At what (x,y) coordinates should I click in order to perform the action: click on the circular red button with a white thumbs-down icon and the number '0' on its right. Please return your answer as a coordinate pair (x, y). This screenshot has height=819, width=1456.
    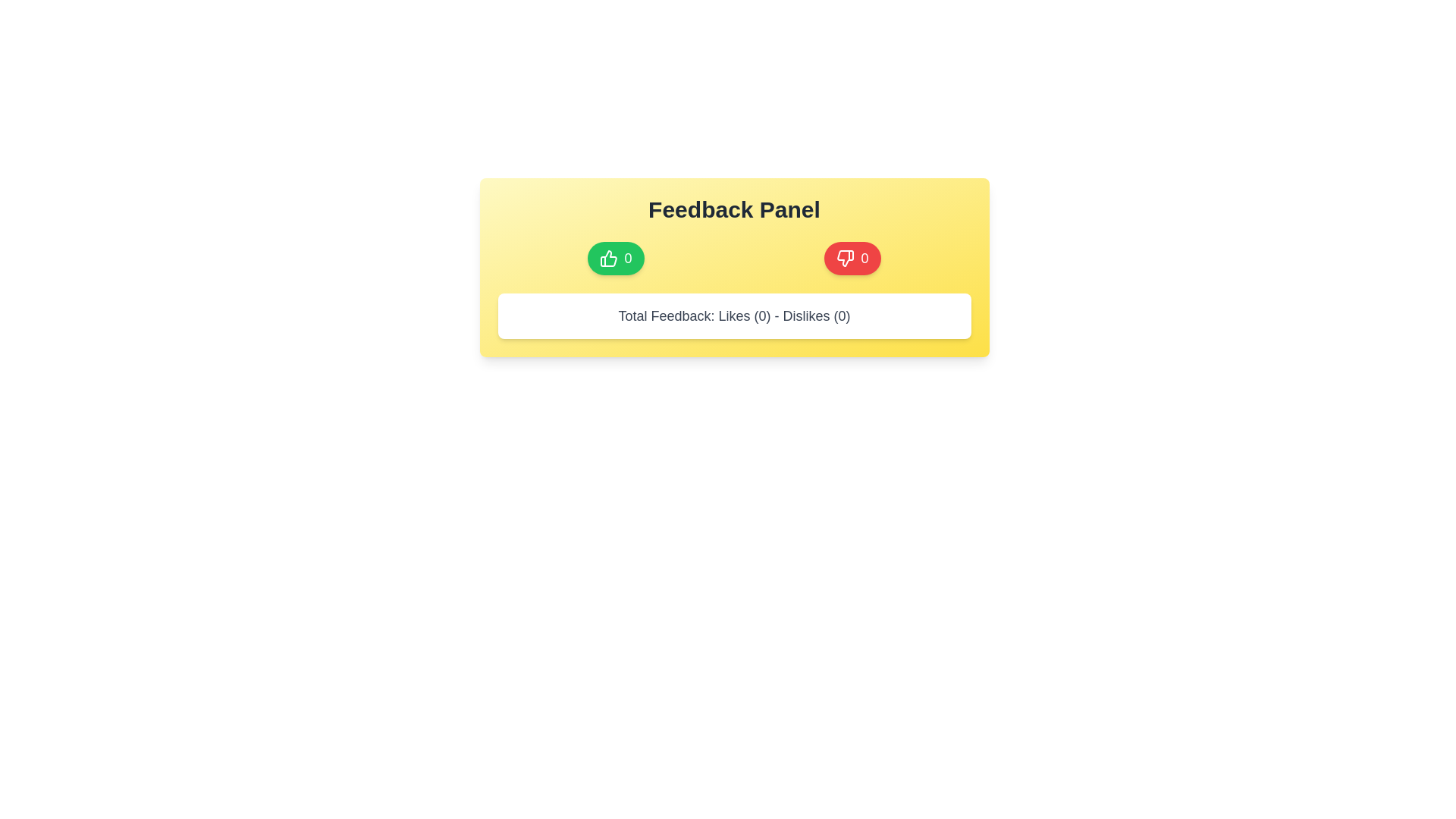
    Looking at the image, I should click on (852, 257).